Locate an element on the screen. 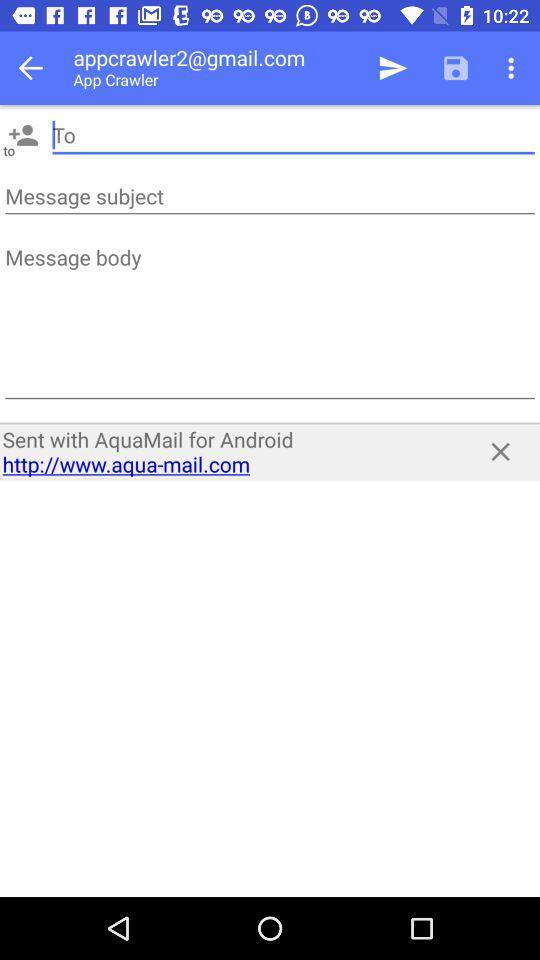  the item at the center is located at coordinates (226, 451).